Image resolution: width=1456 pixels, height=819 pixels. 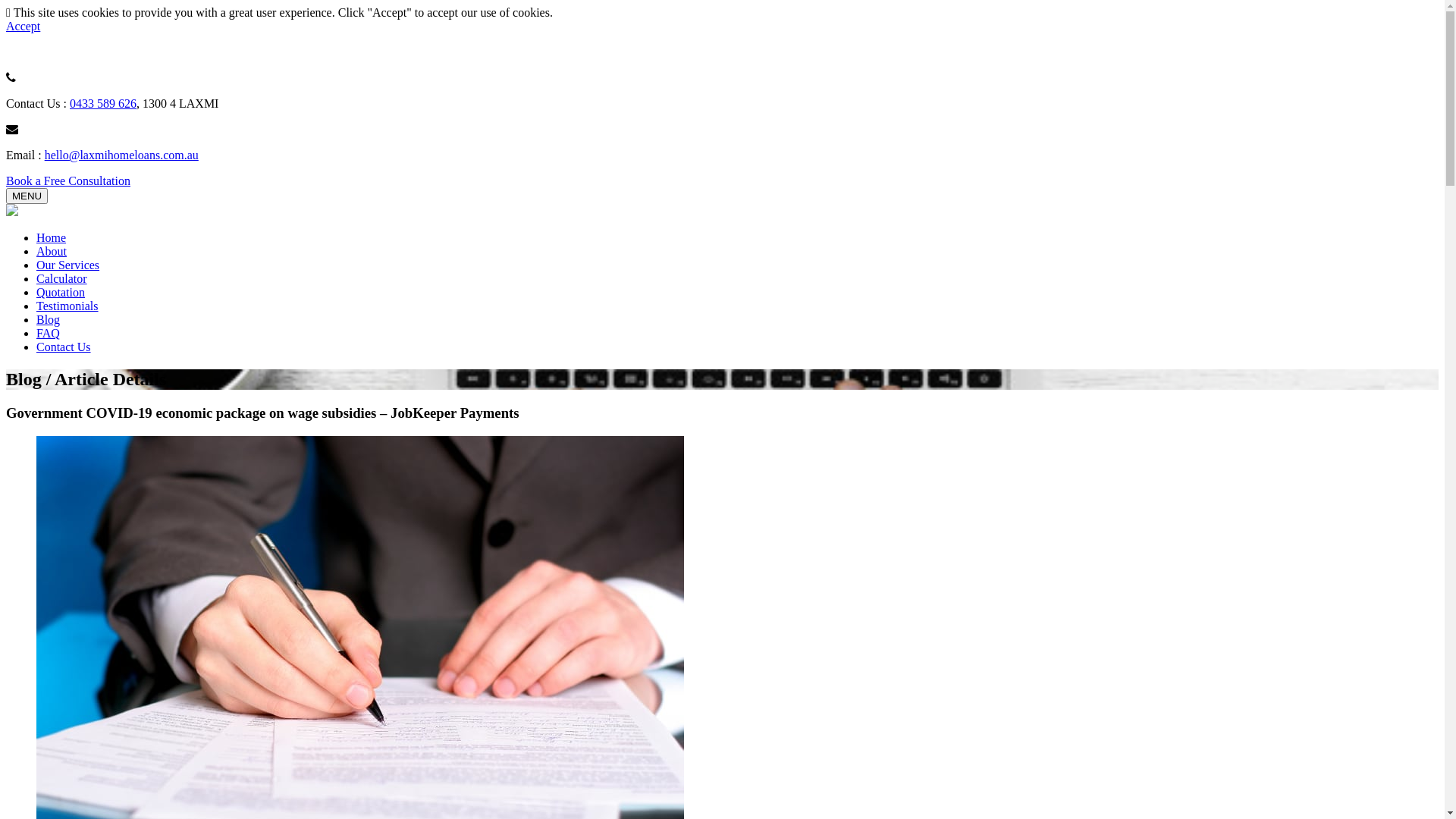 I want to click on '0433 589 626', so click(x=102, y=102).